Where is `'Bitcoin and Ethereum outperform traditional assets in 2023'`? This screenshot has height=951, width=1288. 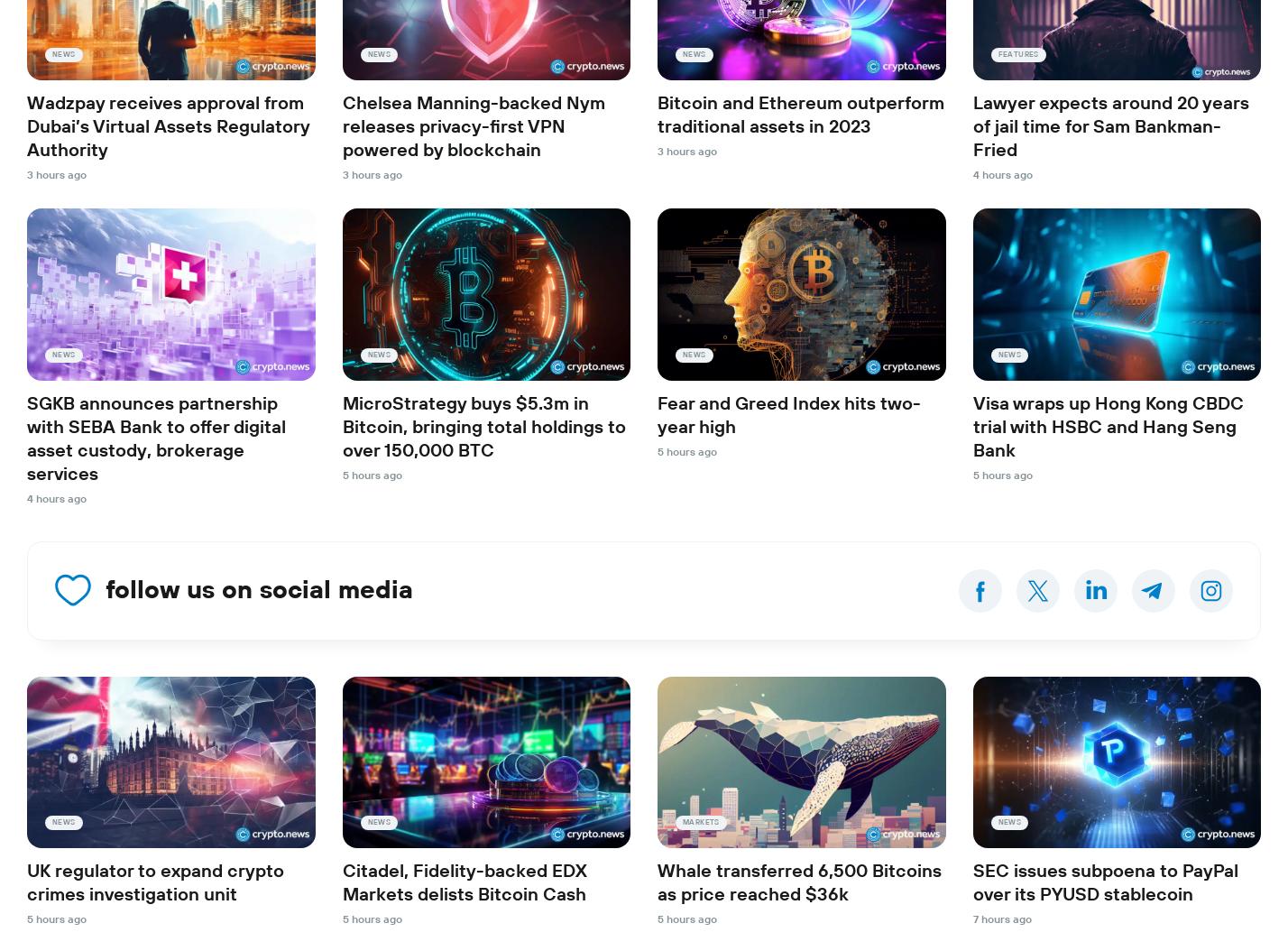 'Bitcoin and Ethereum outperform traditional assets in 2023' is located at coordinates (800, 115).